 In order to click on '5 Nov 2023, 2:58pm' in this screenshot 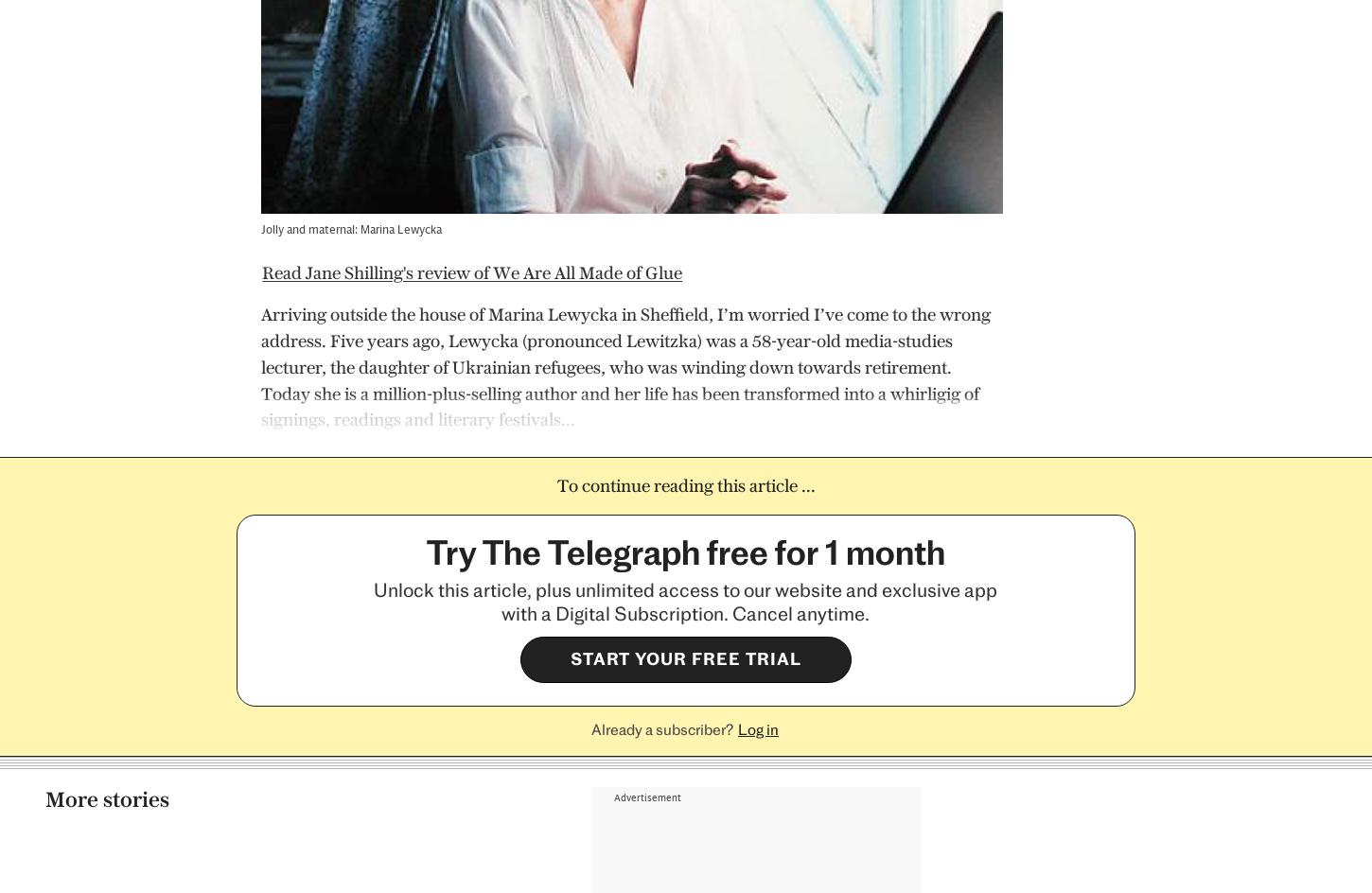, I will do `click(746, 724)`.